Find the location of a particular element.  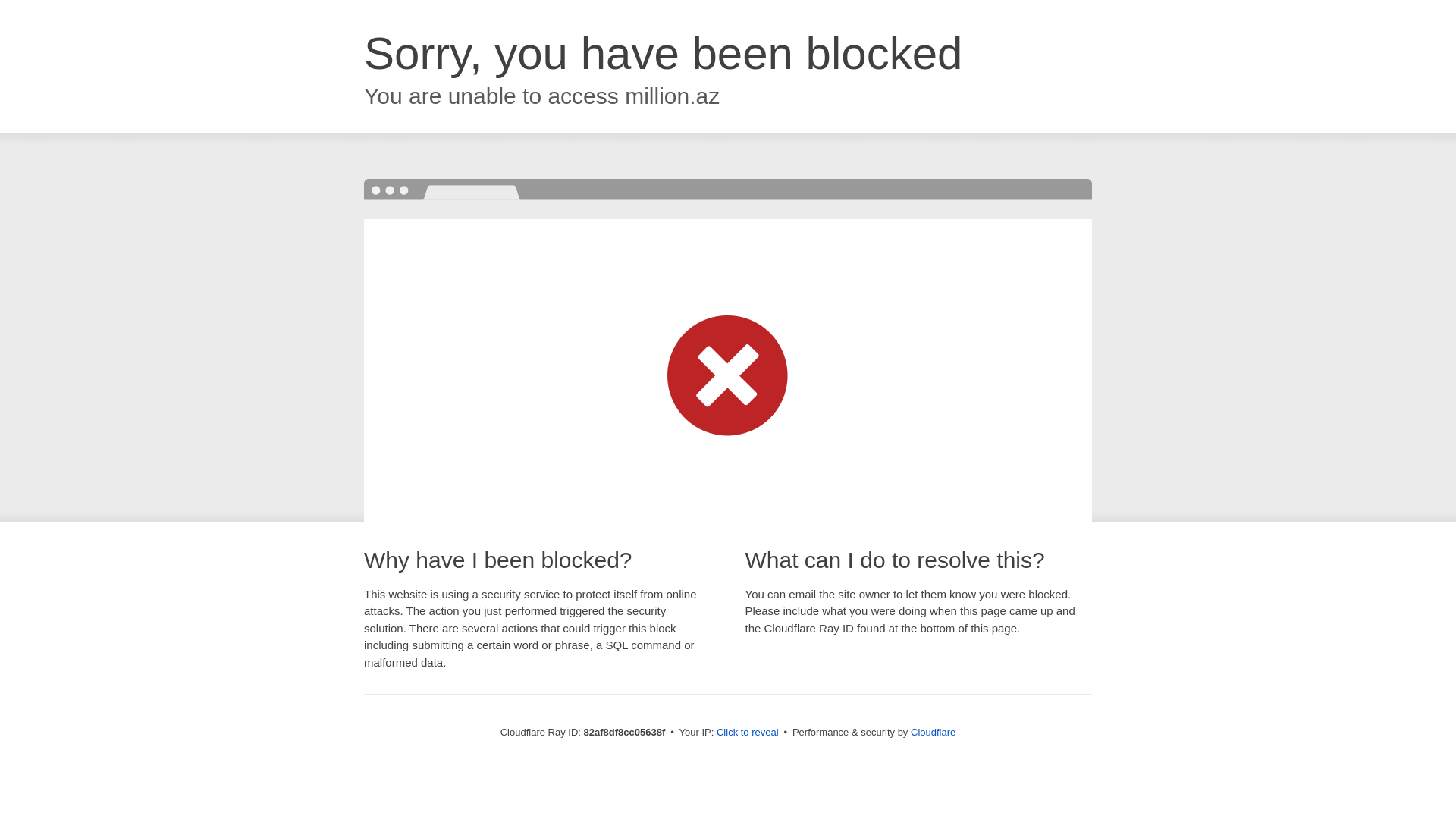

'Click to reveal' is located at coordinates (747, 731).